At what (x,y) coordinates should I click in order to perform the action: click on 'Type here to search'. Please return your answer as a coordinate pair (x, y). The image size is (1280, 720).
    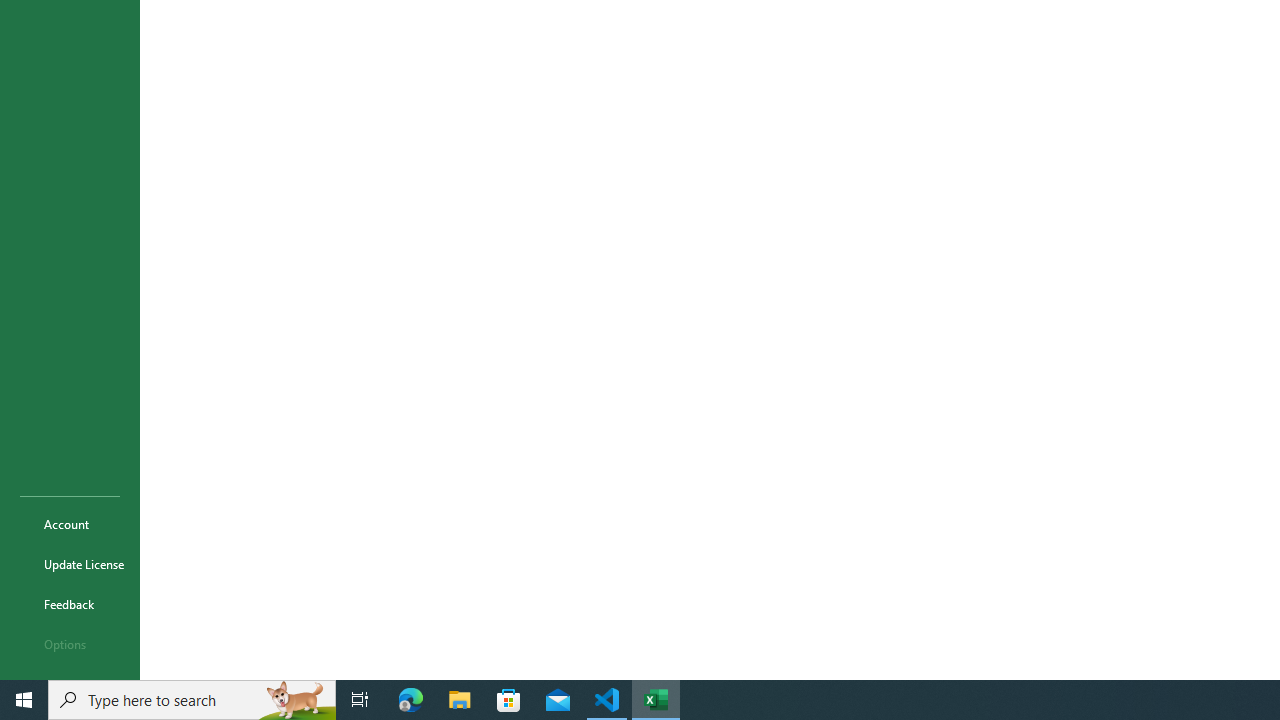
    Looking at the image, I should click on (192, 698).